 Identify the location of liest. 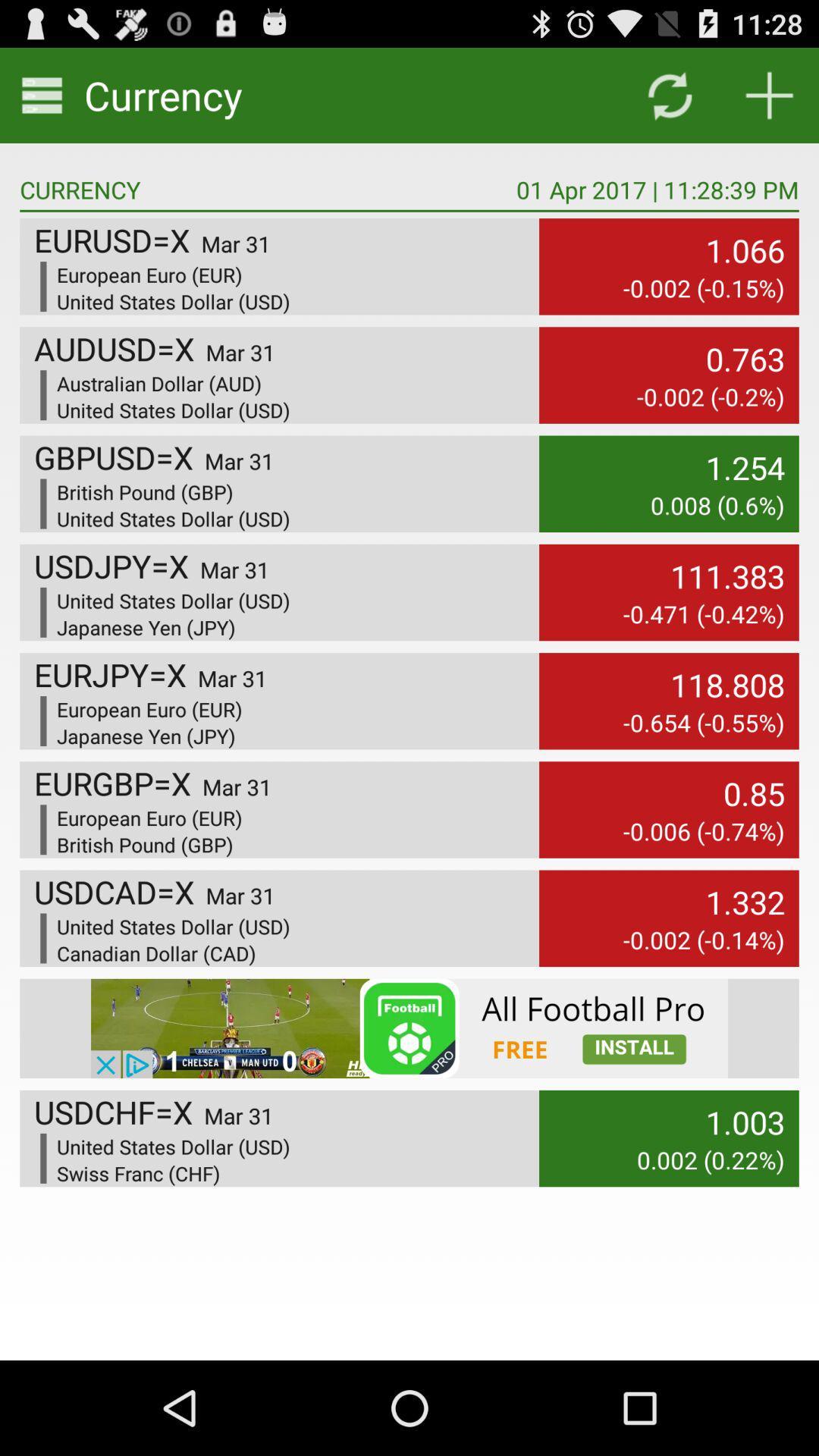
(769, 94).